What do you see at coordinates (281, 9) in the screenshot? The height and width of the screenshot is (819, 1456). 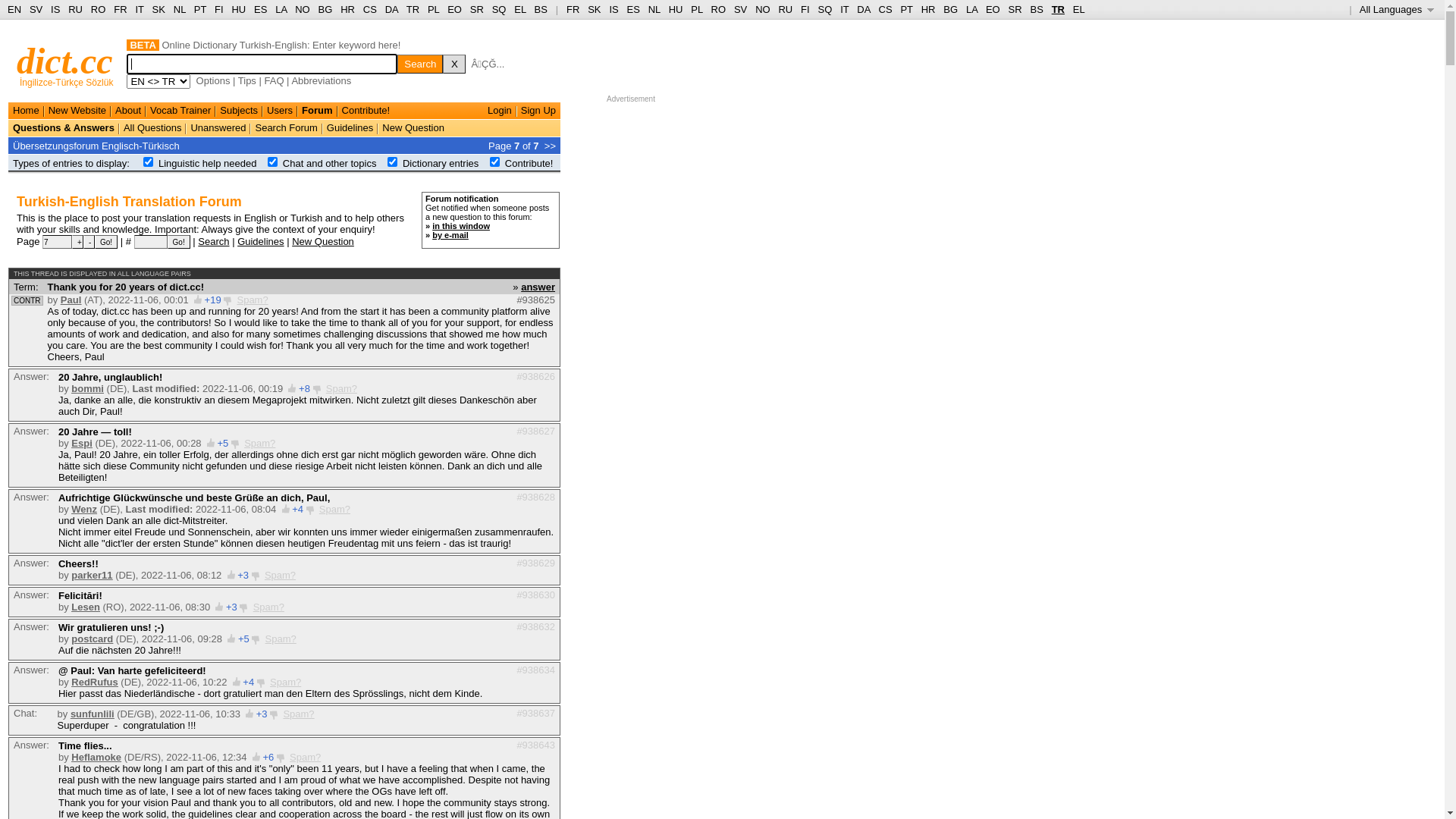 I see `'LA'` at bounding box center [281, 9].